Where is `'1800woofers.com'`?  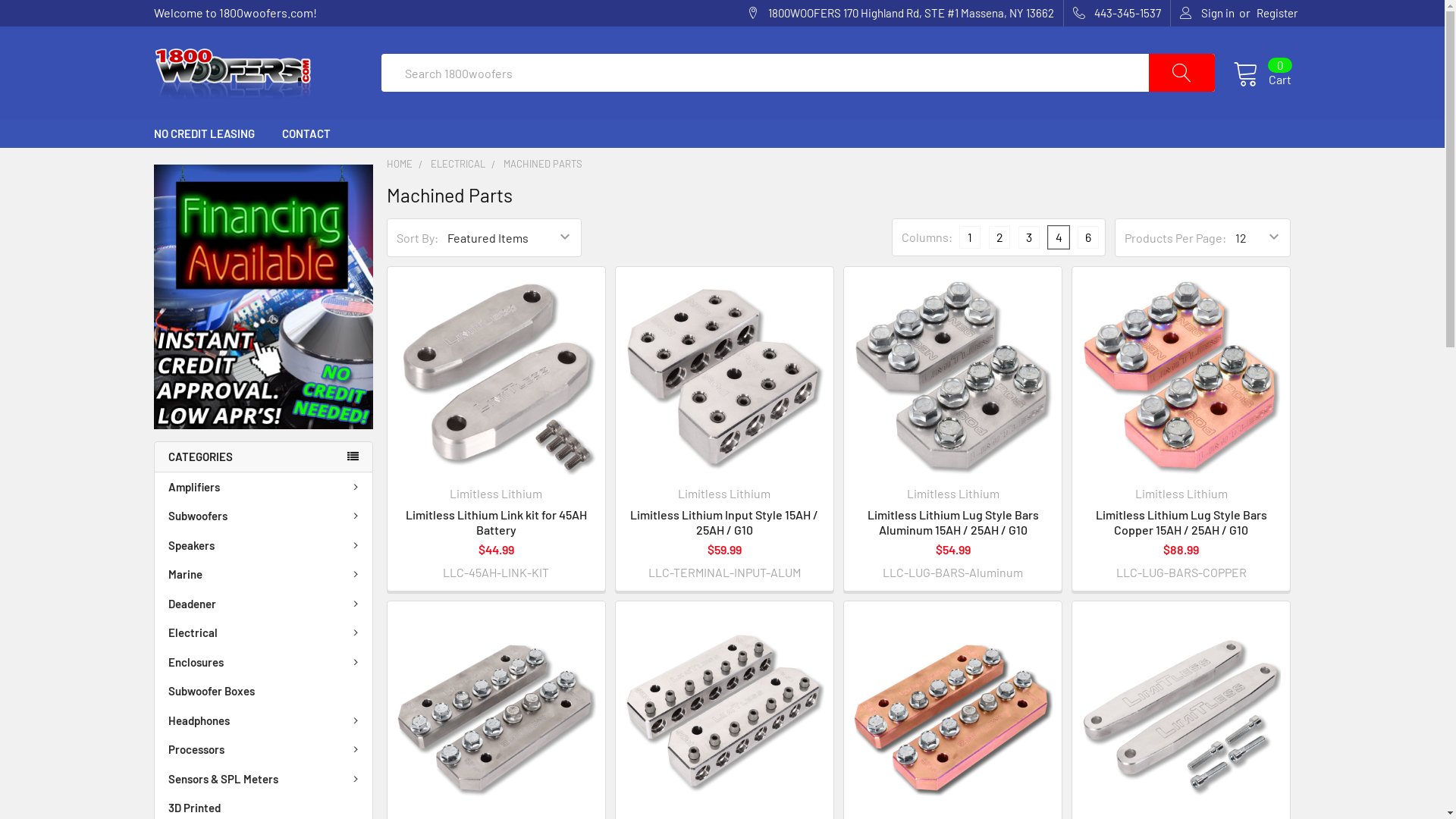 '1800woofers.com' is located at coordinates (231, 73).